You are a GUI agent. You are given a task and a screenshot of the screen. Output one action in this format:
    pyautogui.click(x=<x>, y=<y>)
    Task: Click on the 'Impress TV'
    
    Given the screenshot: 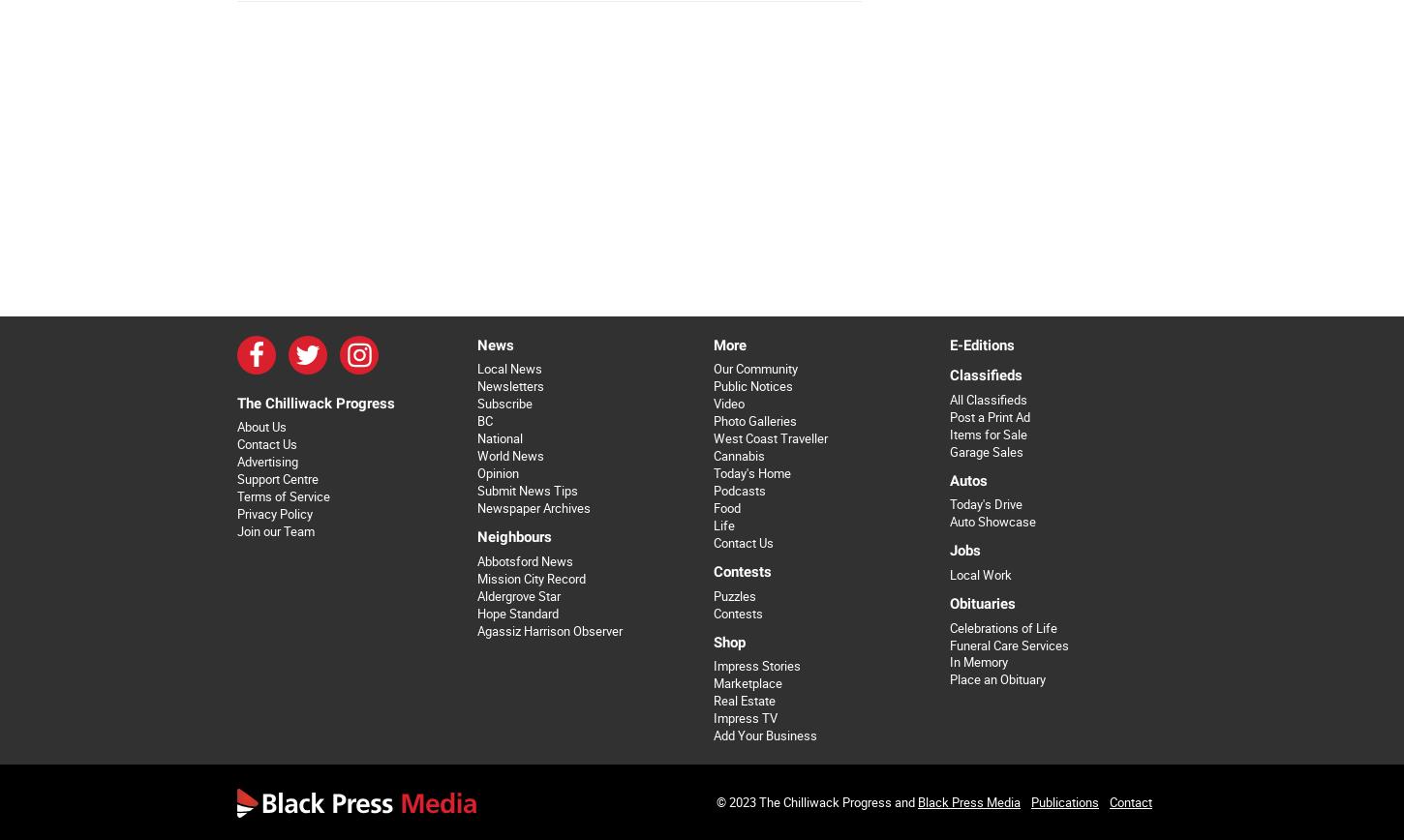 What is the action you would take?
    pyautogui.click(x=744, y=718)
    